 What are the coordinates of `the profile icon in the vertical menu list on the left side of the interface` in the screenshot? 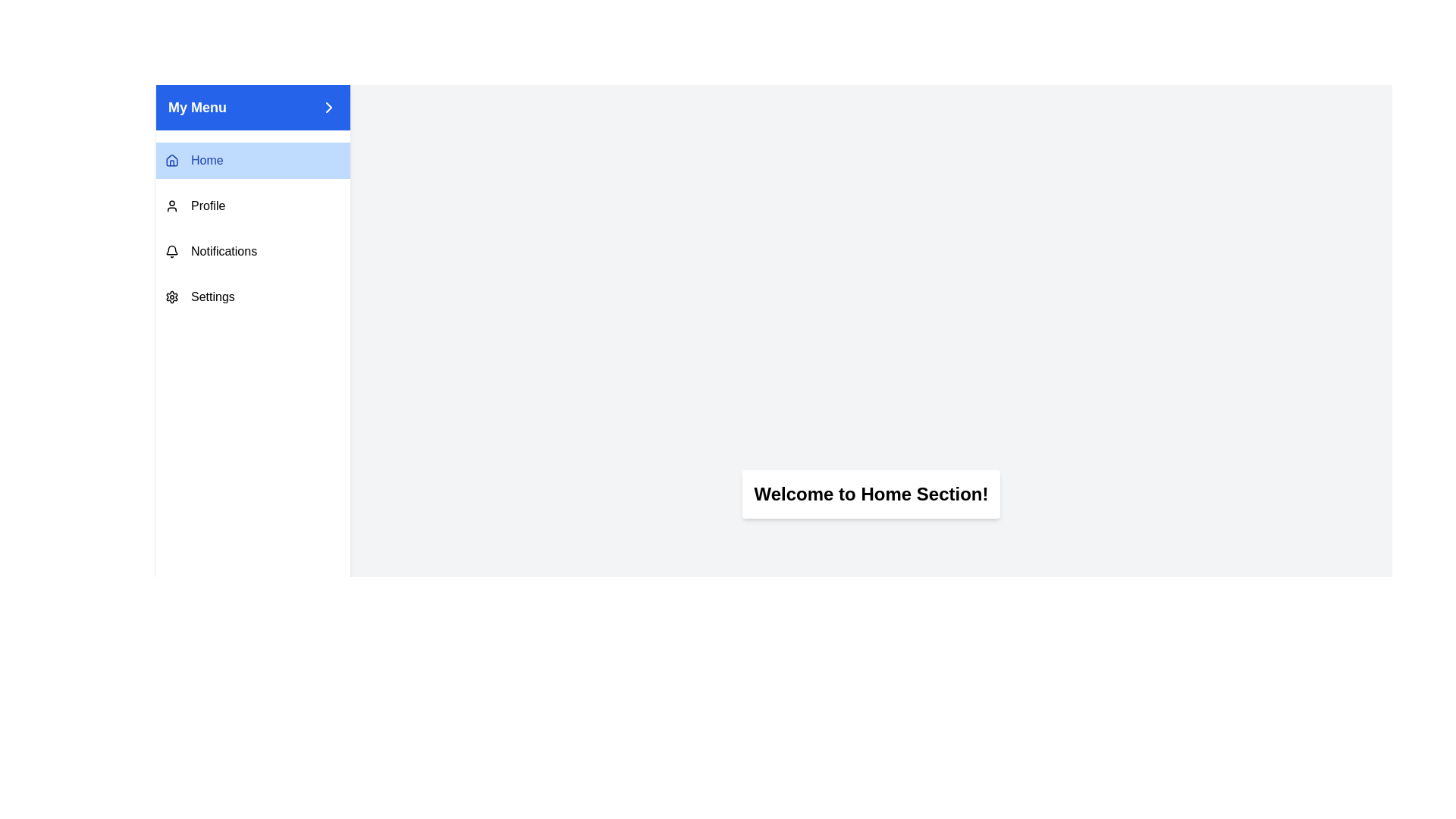 It's located at (171, 206).